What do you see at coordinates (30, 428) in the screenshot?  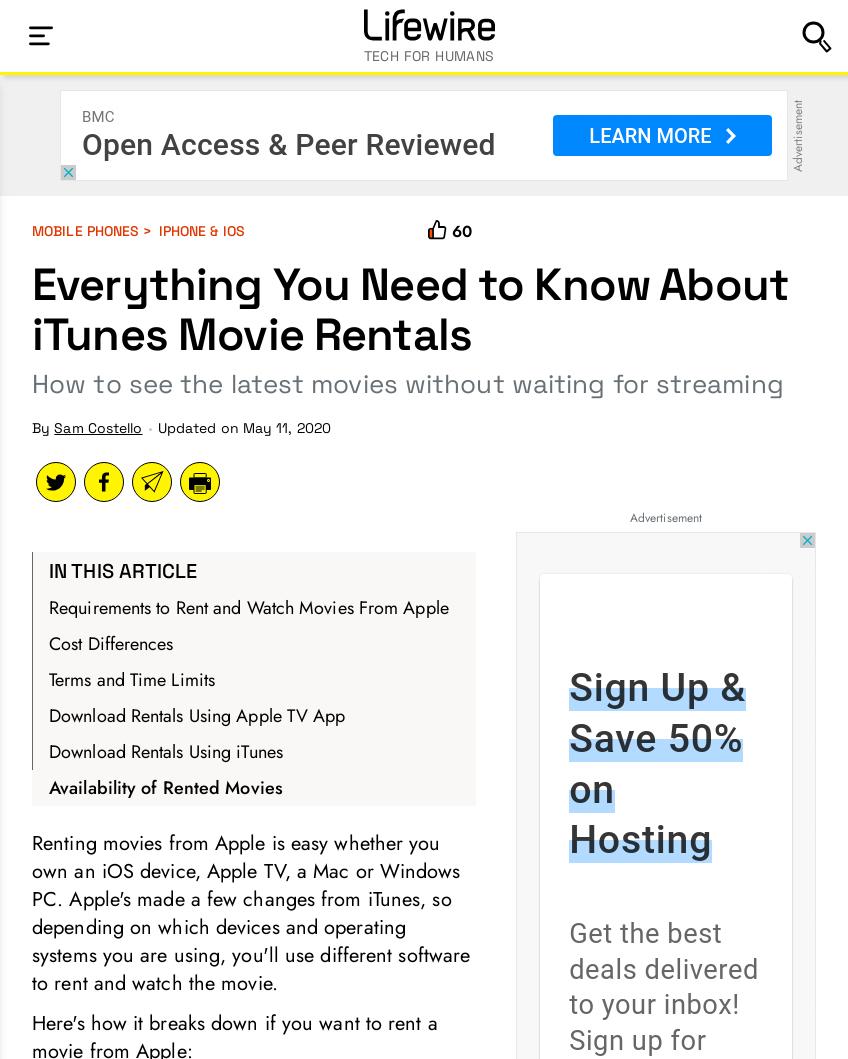 I see `'By'` at bounding box center [30, 428].